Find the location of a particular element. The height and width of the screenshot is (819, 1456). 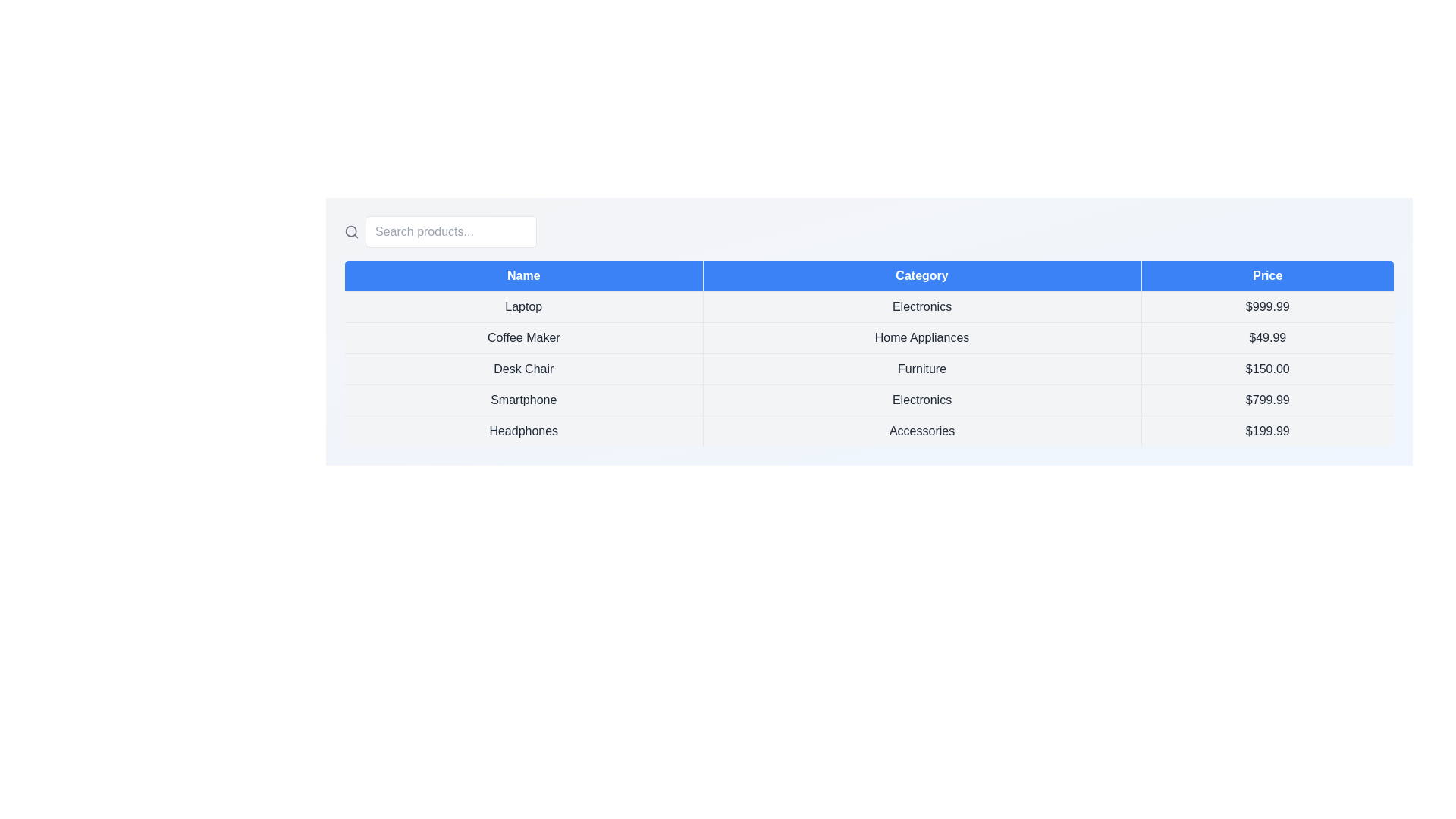

price displayed in the right-most column of the table for the first row, which is adjacent to the 'Electronics' value and diagonally to the 'Laptop' name is located at coordinates (1267, 307).